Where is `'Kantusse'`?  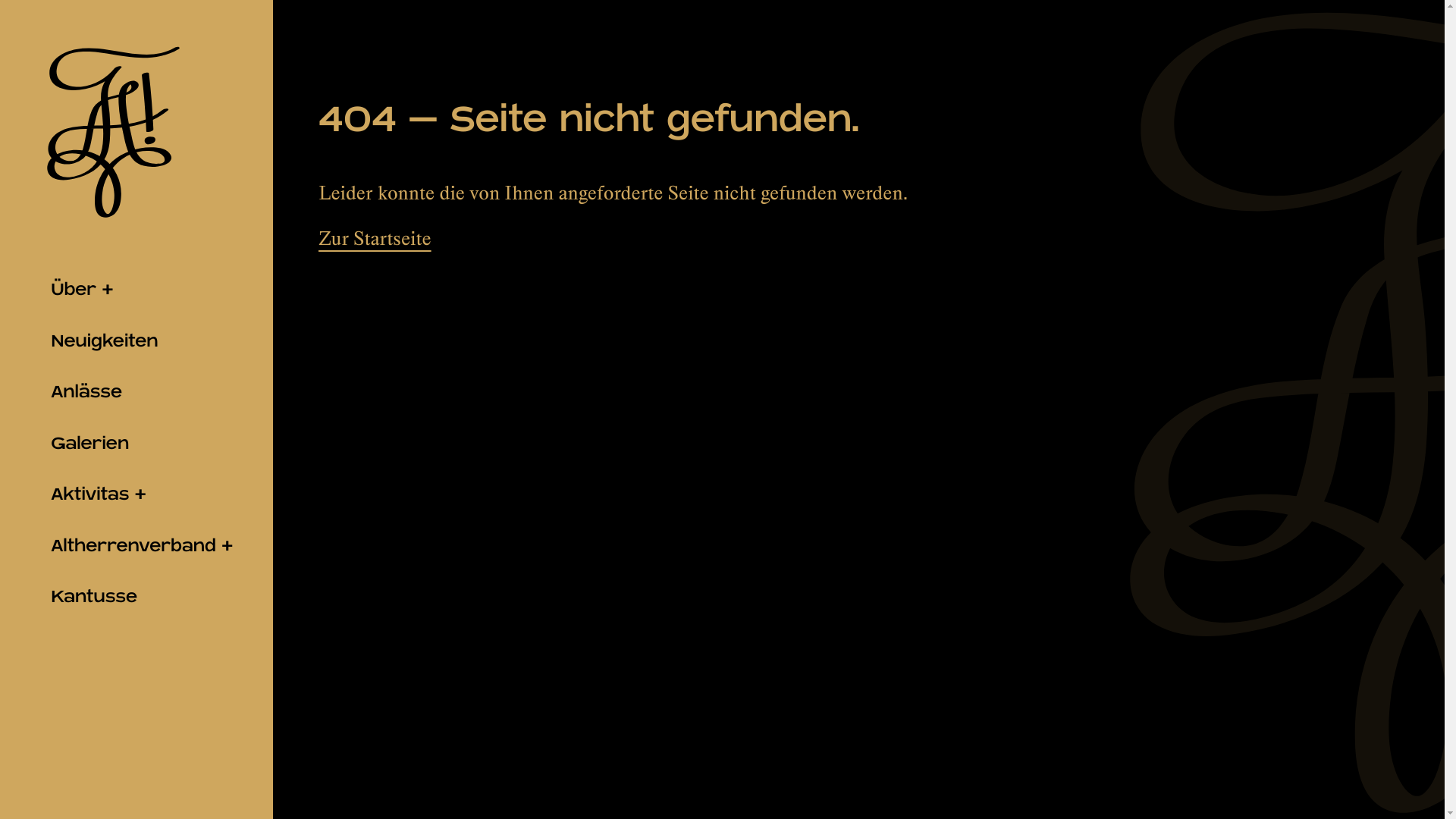 'Kantusse' is located at coordinates (136, 596).